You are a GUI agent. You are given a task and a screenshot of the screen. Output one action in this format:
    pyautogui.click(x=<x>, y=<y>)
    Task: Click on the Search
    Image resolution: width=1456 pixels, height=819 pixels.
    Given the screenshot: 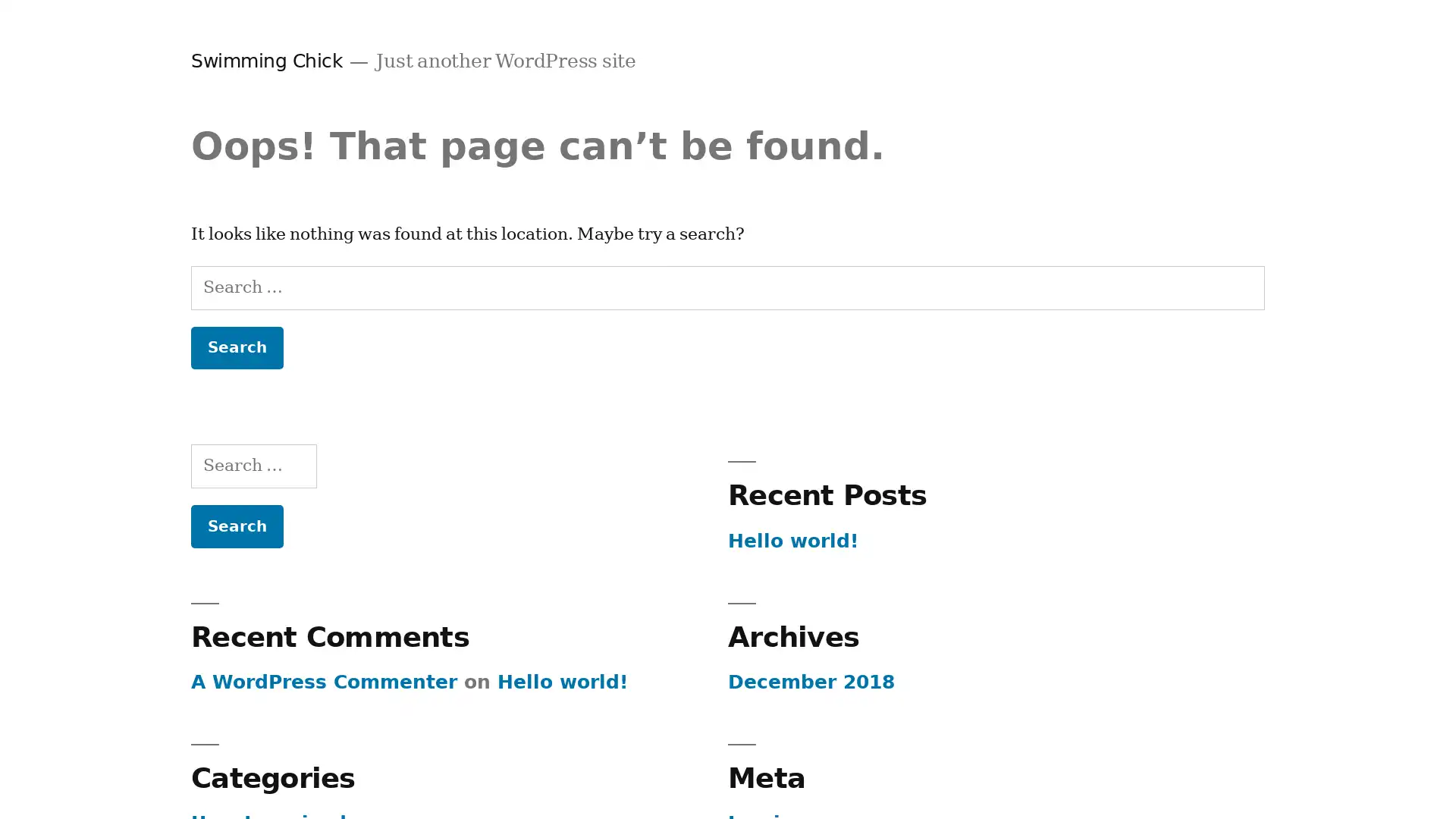 What is the action you would take?
    pyautogui.click(x=236, y=525)
    